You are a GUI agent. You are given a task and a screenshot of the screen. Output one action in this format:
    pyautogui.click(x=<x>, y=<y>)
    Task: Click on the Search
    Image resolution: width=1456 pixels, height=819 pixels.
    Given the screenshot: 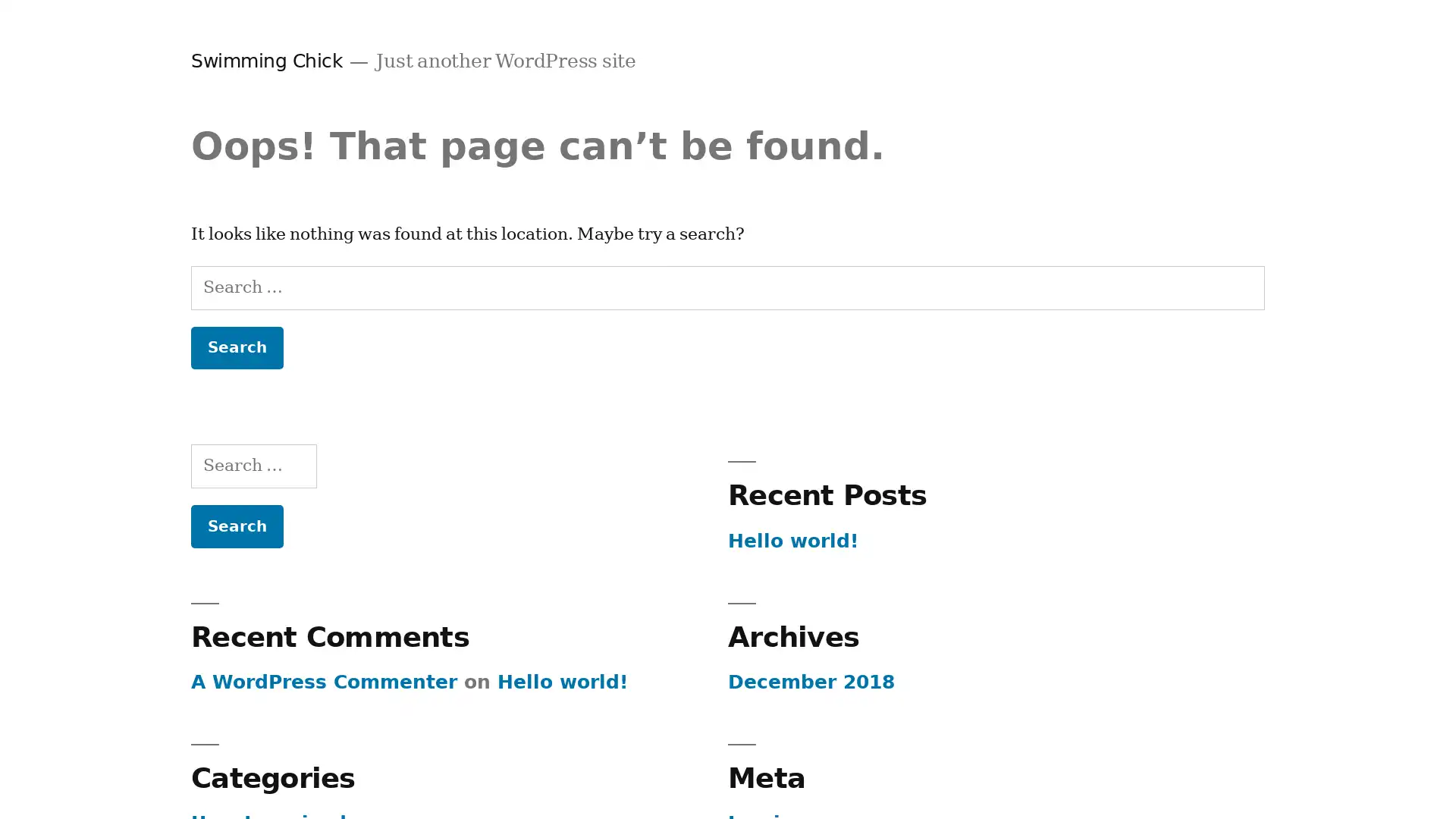 What is the action you would take?
    pyautogui.click(x=236, y=525)
    